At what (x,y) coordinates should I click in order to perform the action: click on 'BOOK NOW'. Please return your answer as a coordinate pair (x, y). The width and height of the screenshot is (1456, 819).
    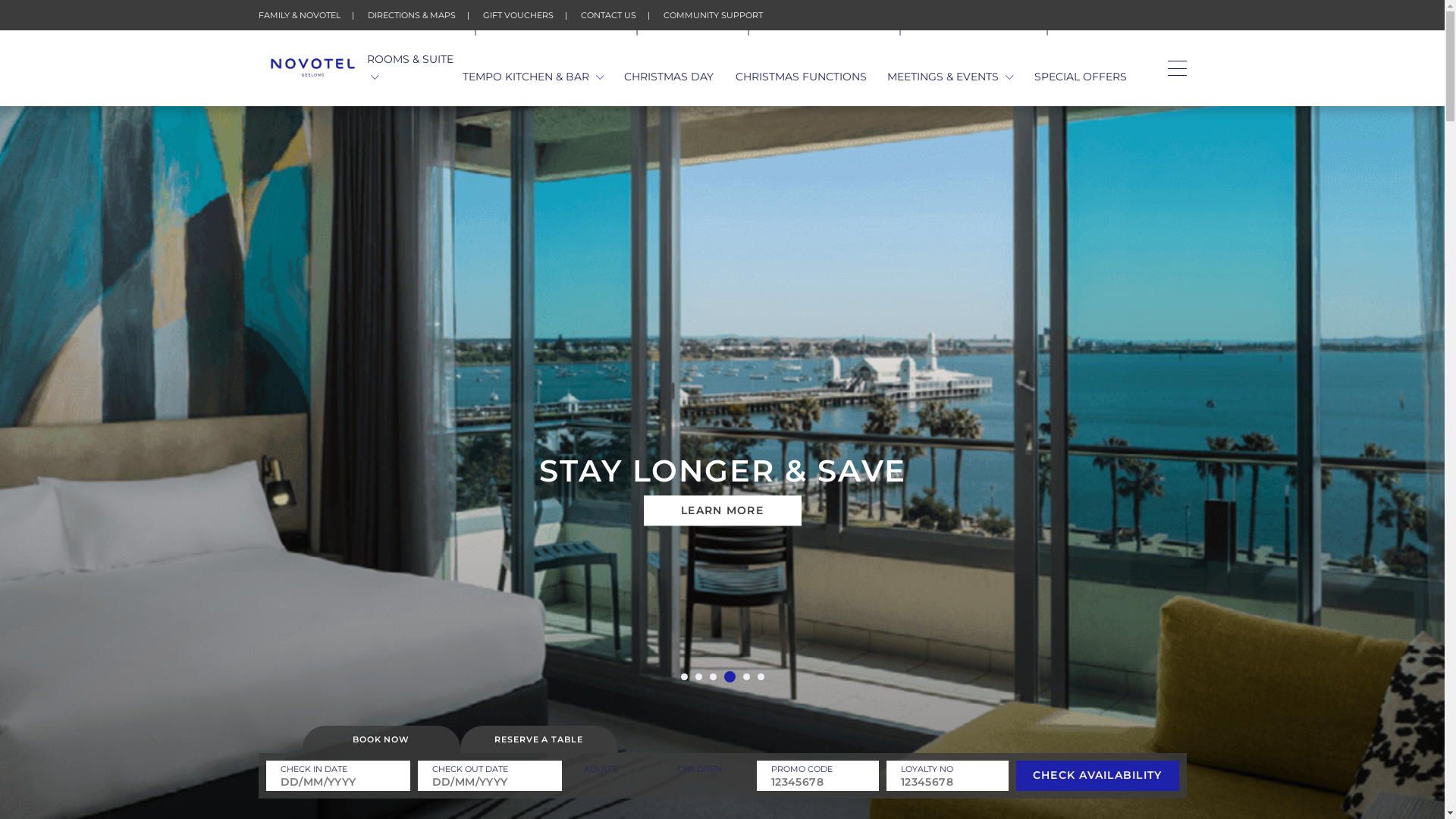
    Looking at the image, I should click on (302, 739).